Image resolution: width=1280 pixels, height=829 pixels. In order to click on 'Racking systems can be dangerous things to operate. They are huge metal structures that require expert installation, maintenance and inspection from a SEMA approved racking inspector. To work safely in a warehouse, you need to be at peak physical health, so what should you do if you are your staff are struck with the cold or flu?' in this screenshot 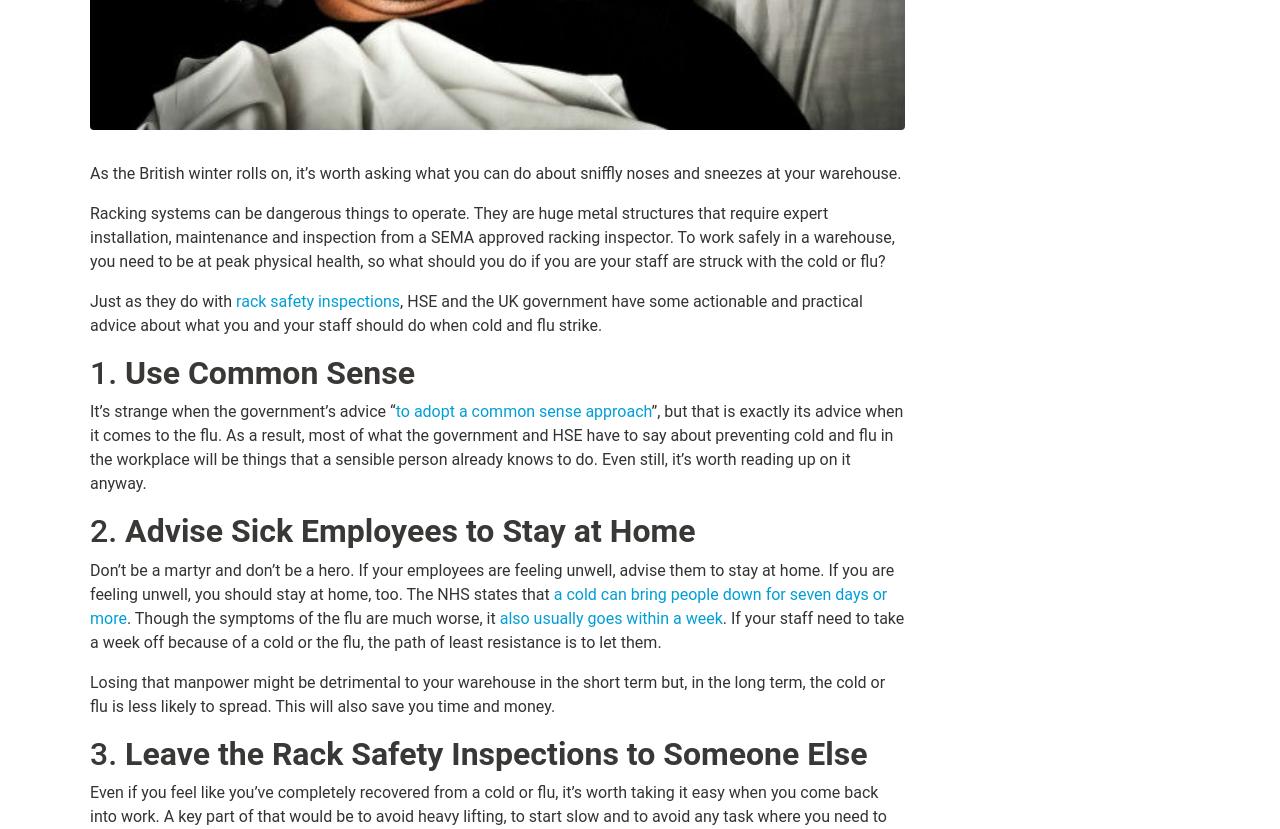, I will do `click(492, 237)`.